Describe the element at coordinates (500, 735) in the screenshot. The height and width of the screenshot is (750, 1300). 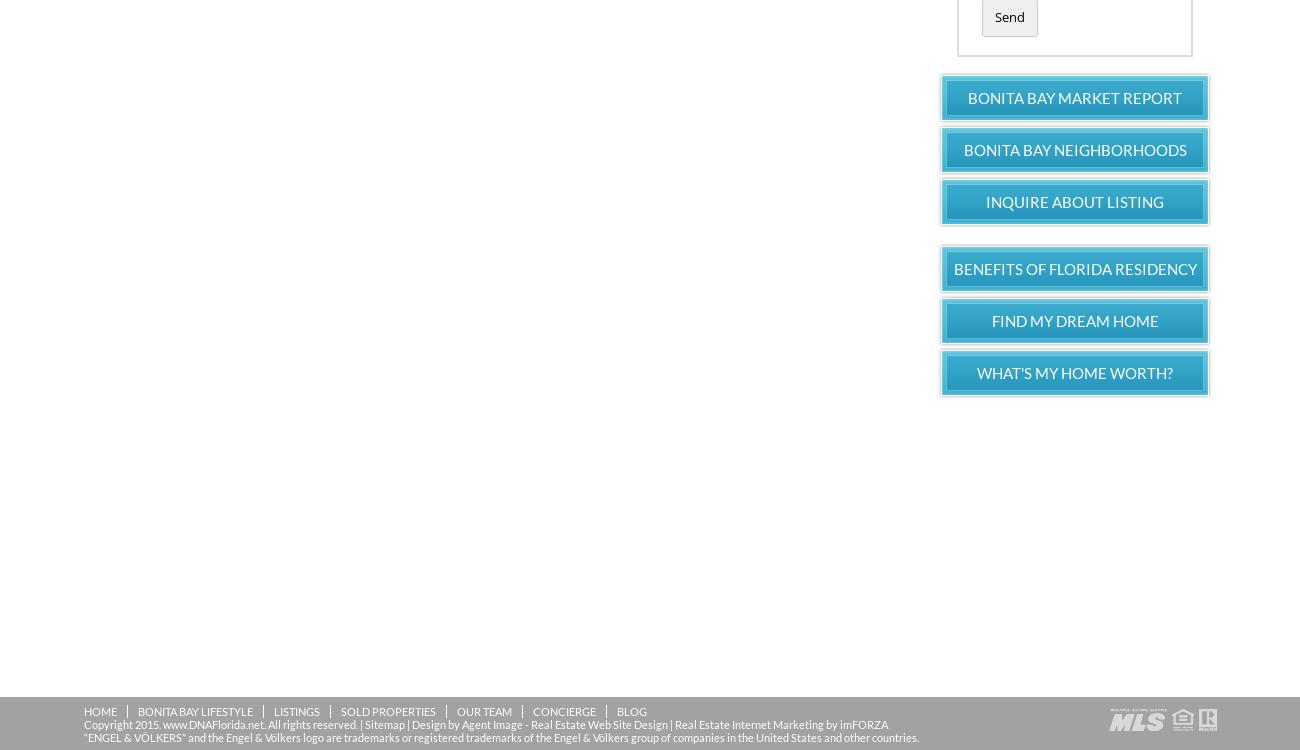
I see `'“ENGEL & VÖLKERS” and the Engel & Völkers logo are trademarks or registered trademarks of the Engel & Völkers group of companies in the United States and other countries.'` at that location.